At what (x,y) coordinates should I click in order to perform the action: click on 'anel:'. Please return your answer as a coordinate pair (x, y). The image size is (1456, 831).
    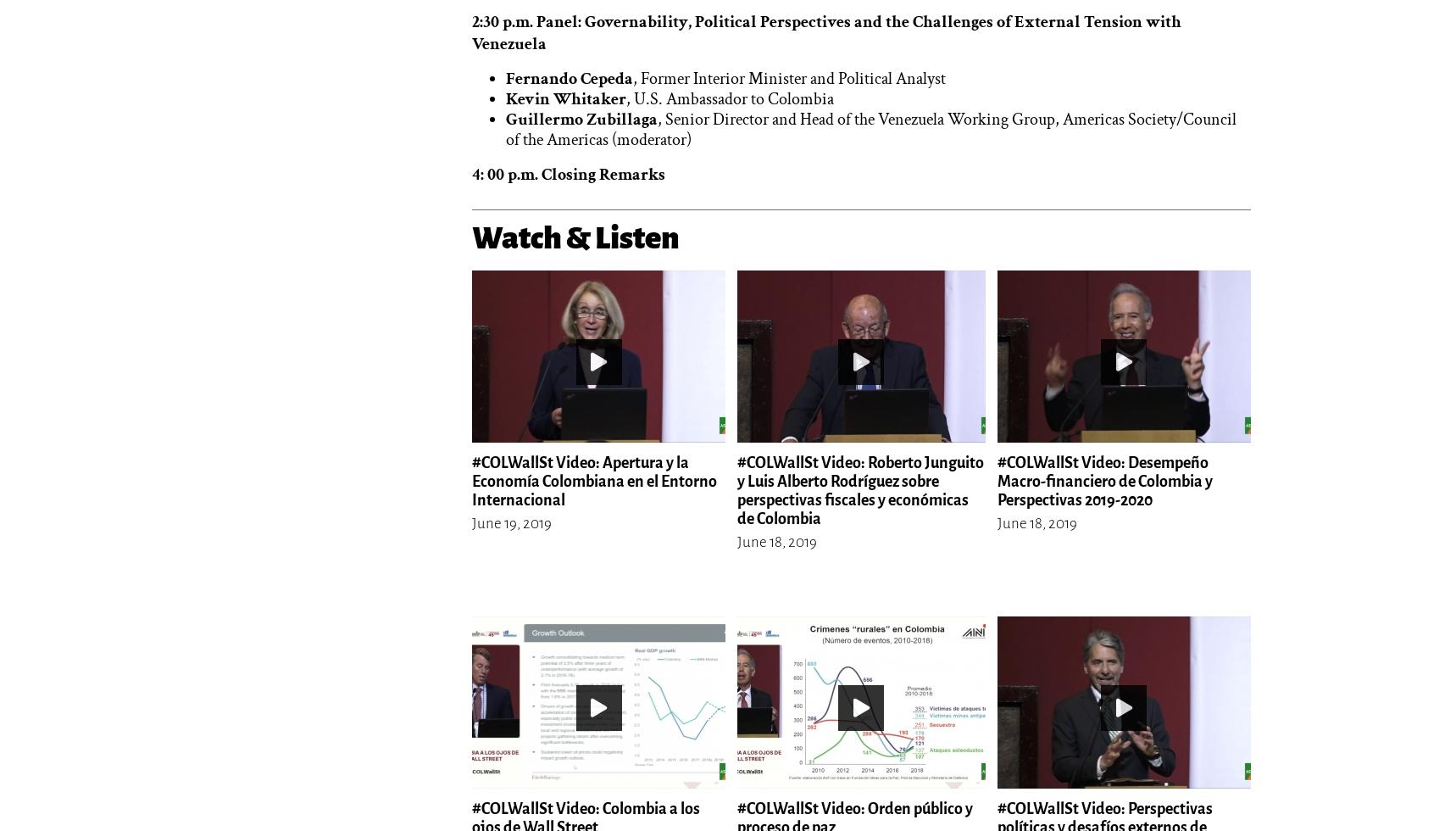
    Looking at the image, I should click on (564, 20).